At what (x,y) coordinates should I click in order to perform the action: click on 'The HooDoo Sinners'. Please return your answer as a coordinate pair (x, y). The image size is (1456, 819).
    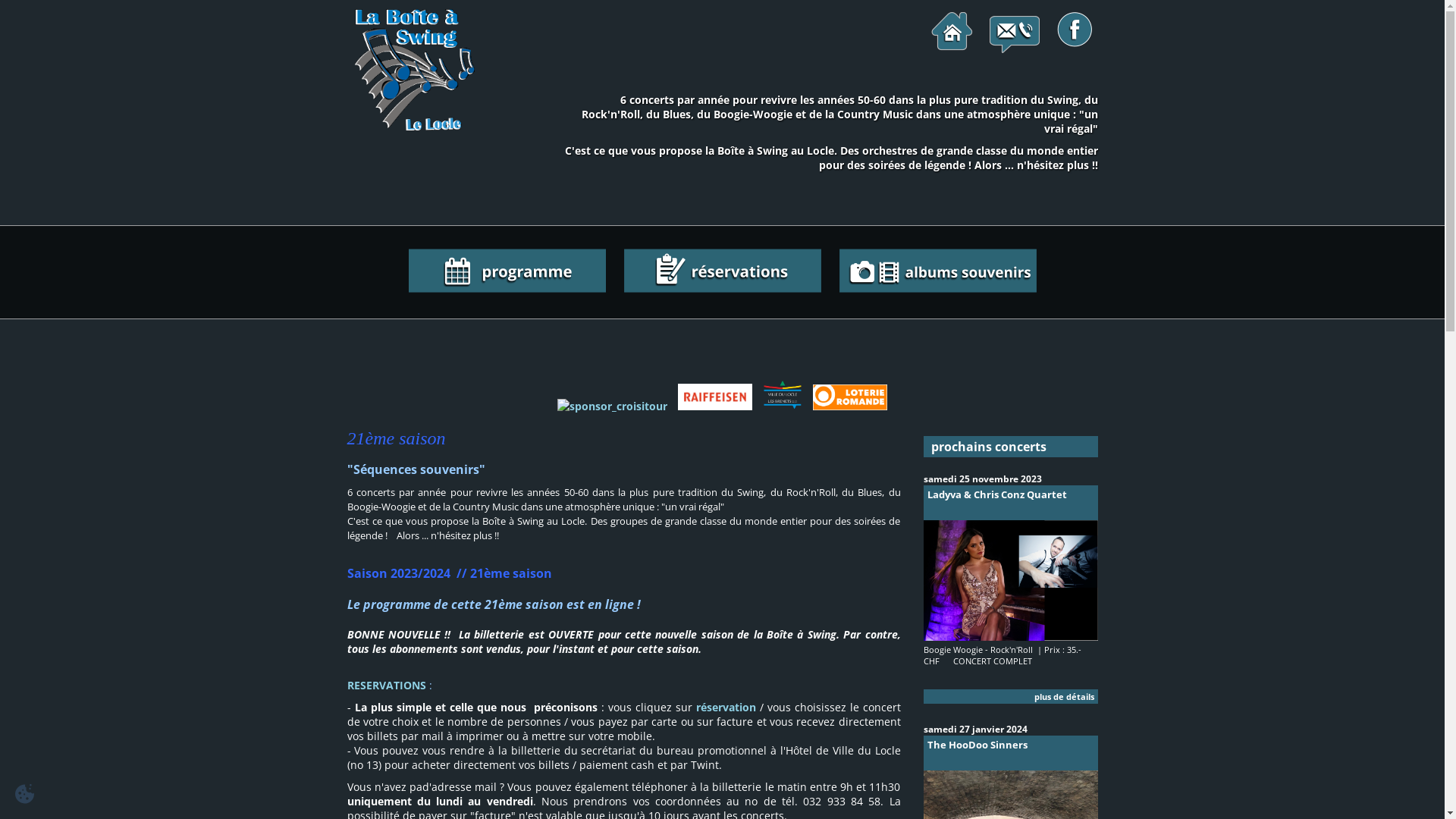
    Looking at the image, I should click on (923, 752).